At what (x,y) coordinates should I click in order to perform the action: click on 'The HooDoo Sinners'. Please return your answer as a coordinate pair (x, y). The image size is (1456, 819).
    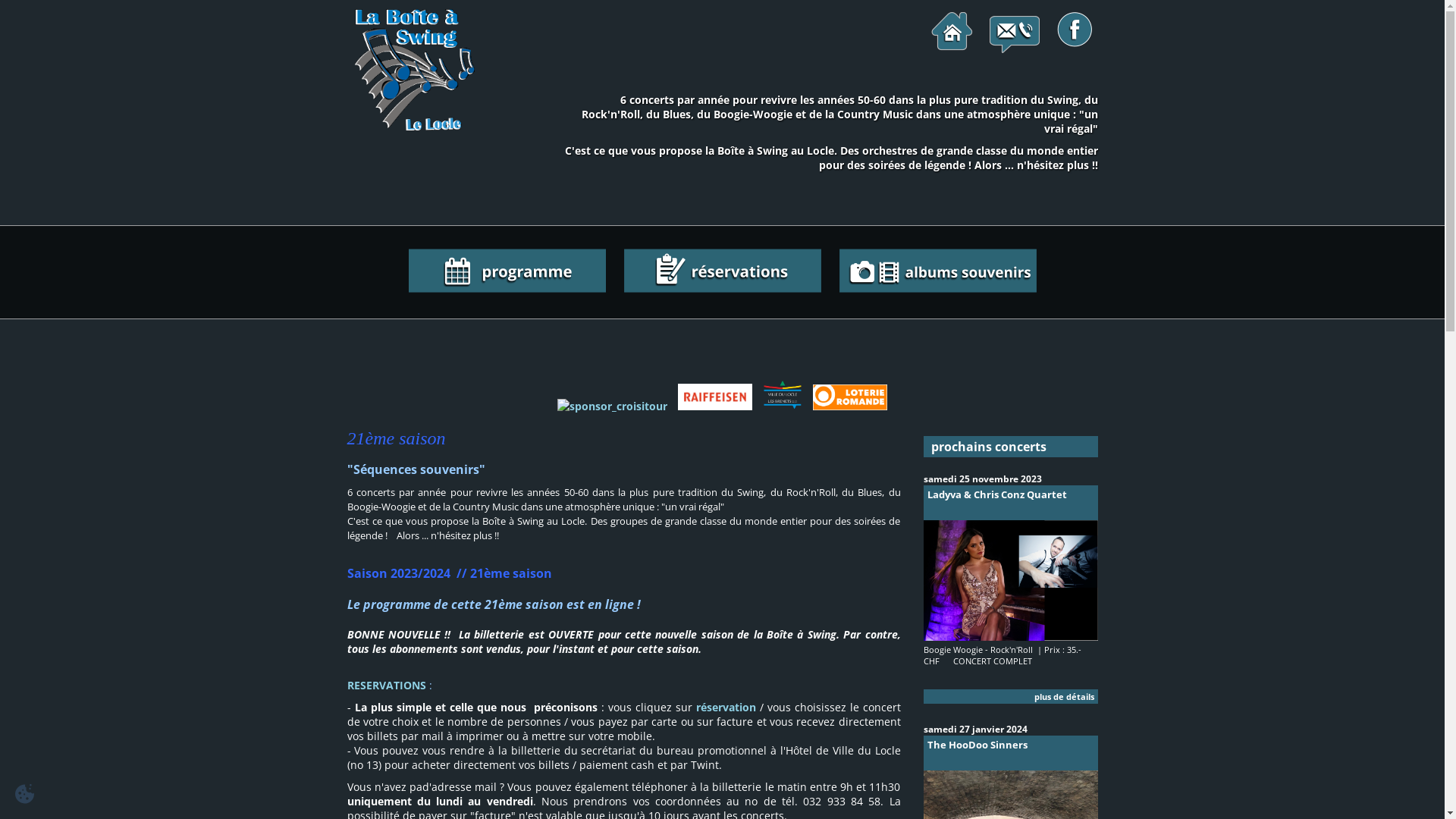
    Looking at the image, I should click on (923, 752).